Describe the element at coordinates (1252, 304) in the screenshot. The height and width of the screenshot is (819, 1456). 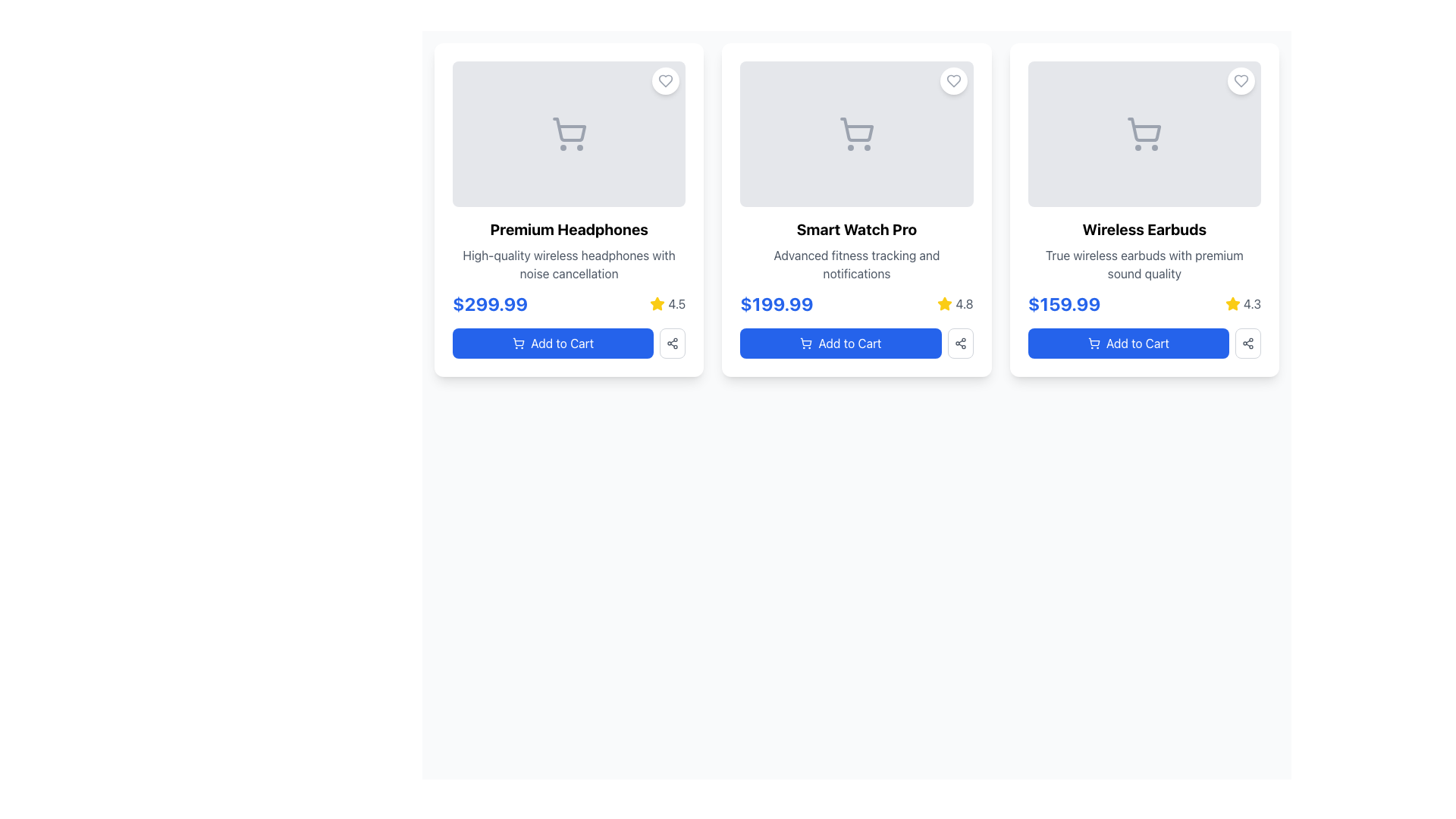
I see `the text displaying the average rating for the 'Wireless Earbuds' product, located to the right of the yellow star icon within the product card` at that location.